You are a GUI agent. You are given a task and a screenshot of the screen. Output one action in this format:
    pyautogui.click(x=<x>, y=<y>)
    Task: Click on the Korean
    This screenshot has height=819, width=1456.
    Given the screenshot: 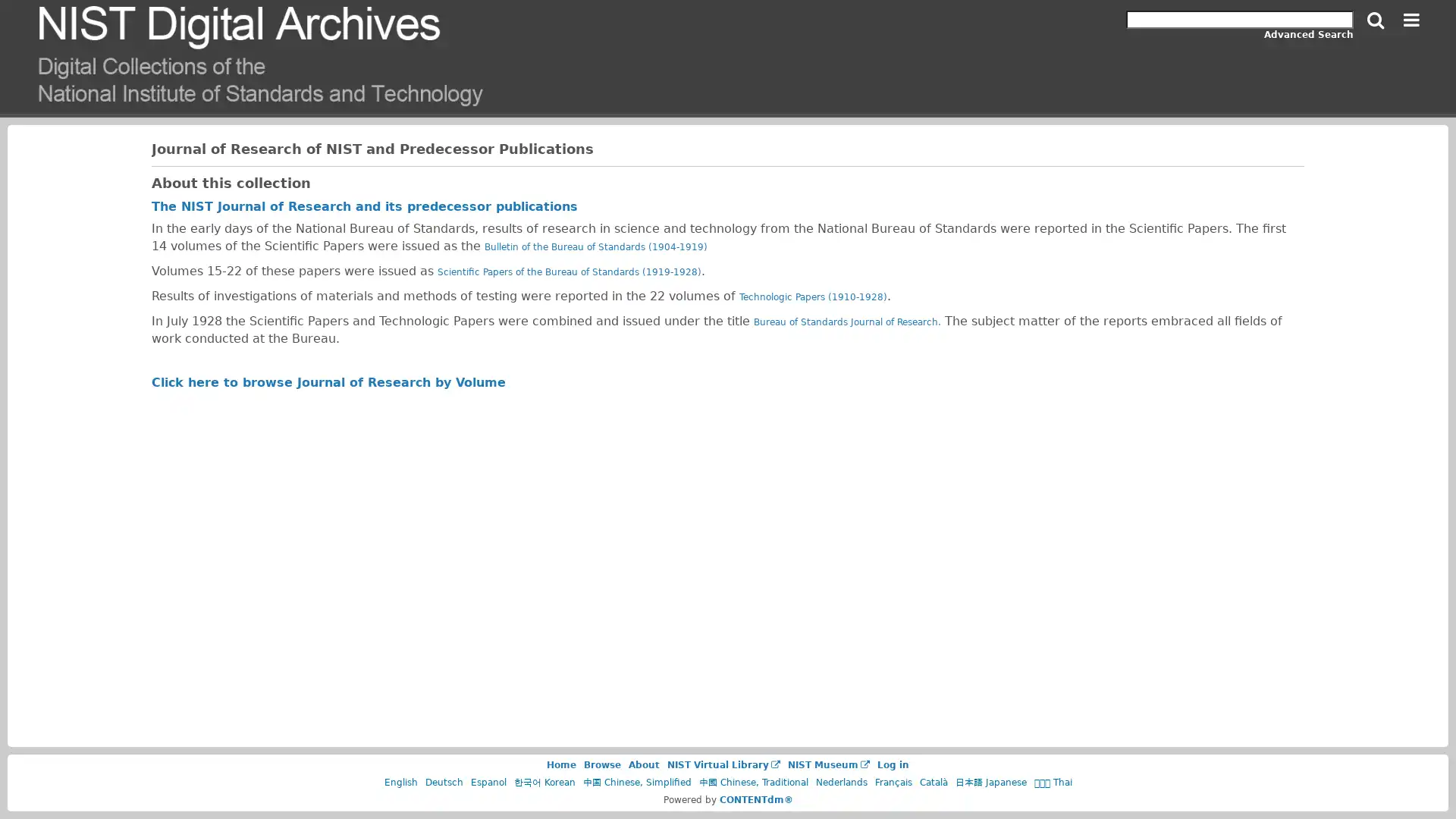 What is the action you would take?
    pyautogui.click(x=544, y=783)
    